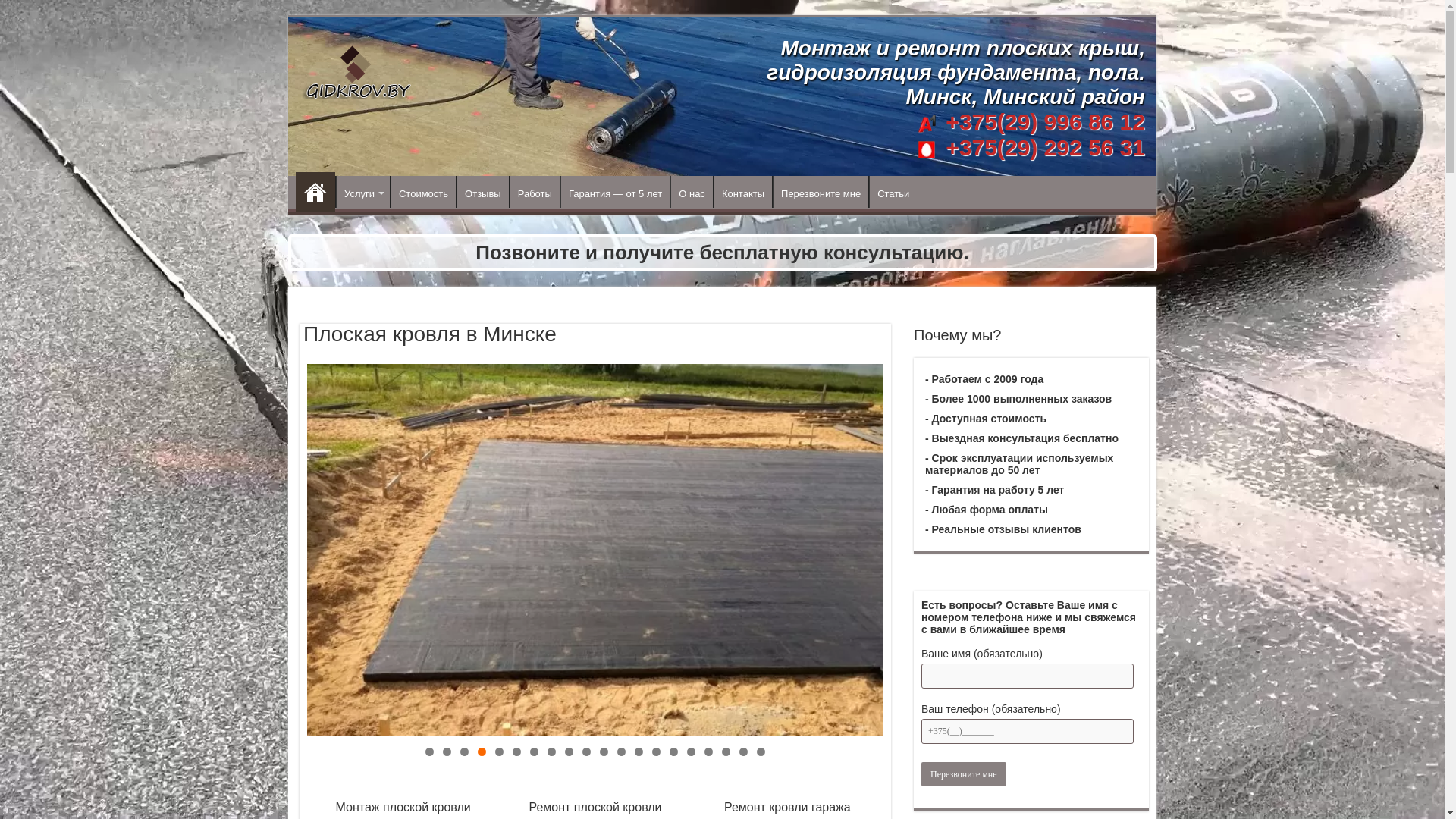 The height and width of the screenshot is (819, 1456). What do you see at coordinates (530, 752) in the screenshot?
I see `'7'` at bounding box center [530, 752].